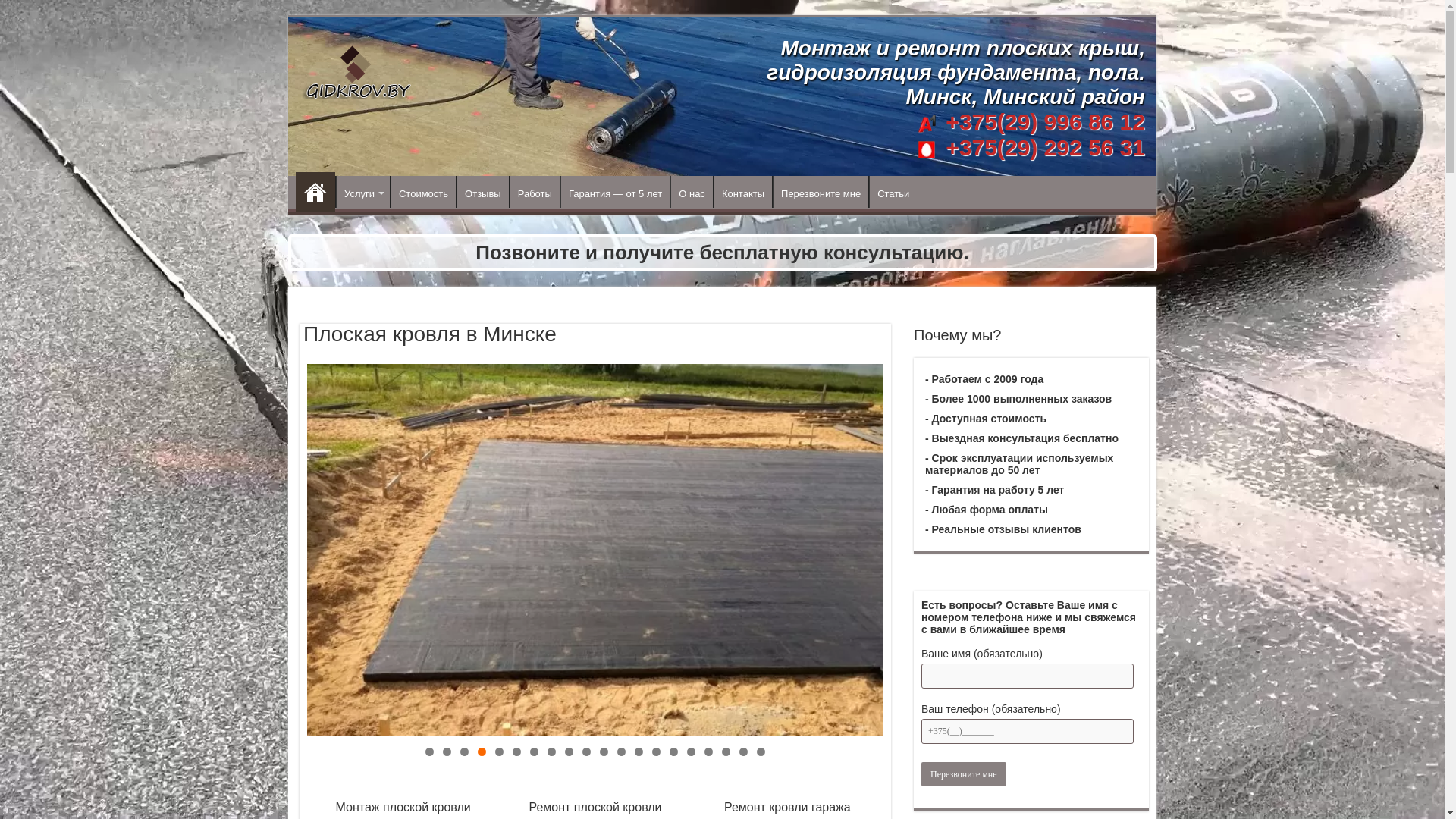 The height and width of the screenshot is (819, 1456). What do you see at coordinates (530, 752) in the screenshot?
I see `'7'` at bounding box center [530, 752].